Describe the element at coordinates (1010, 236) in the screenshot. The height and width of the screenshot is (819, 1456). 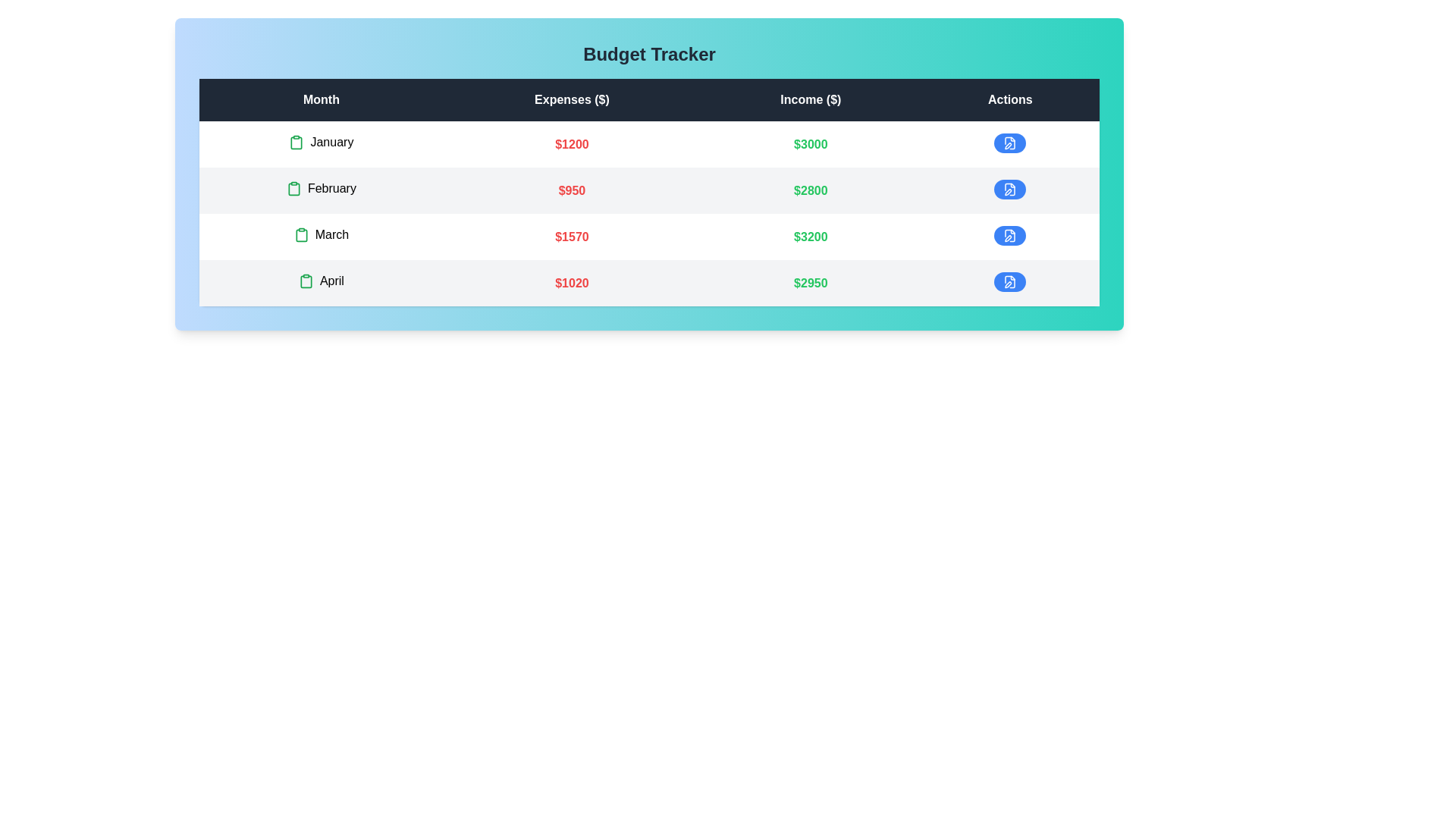
I see `edit button for the row corresponding to March` at that location.